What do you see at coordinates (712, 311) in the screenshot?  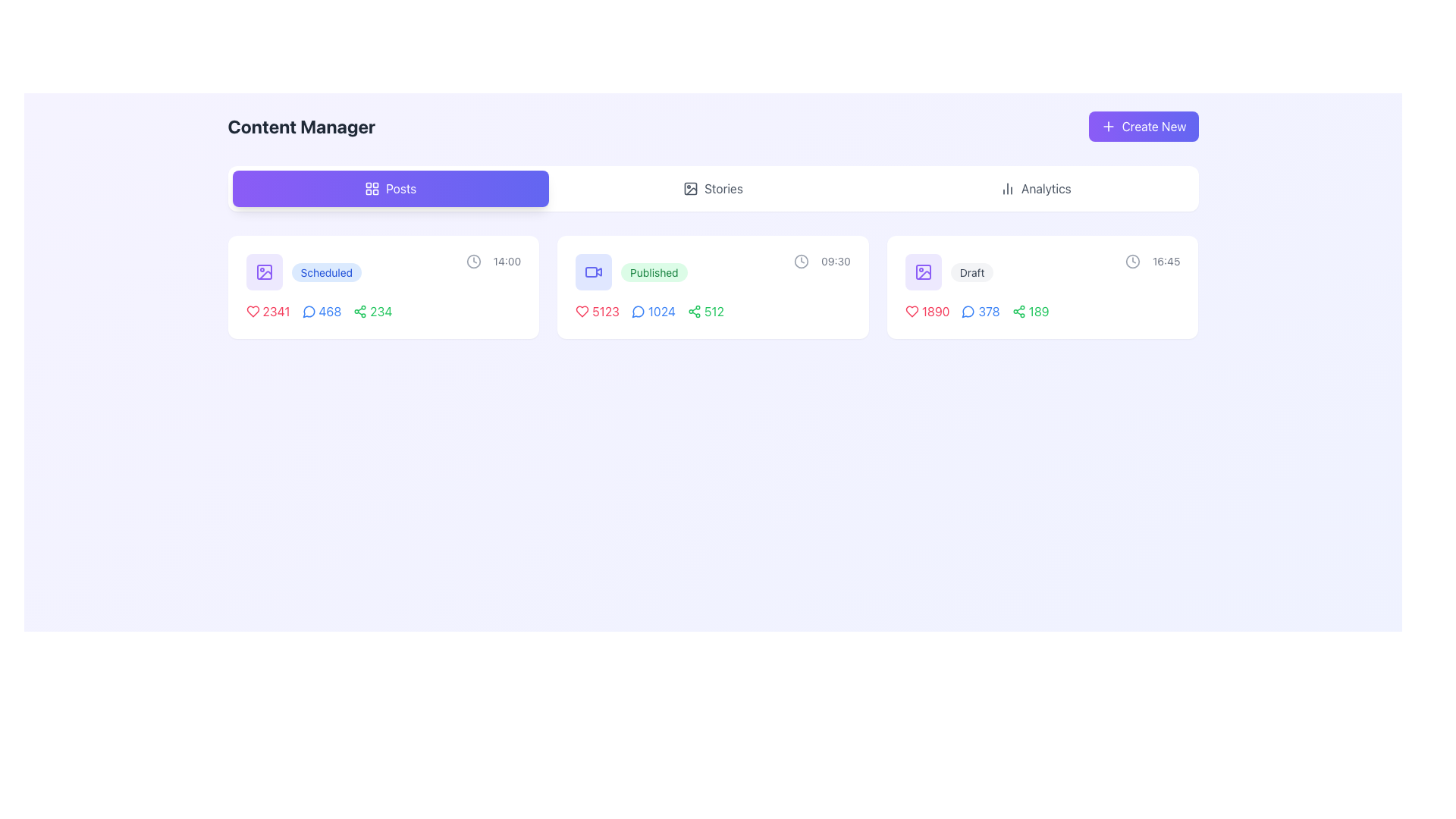 I see `the green icon of a sharing arrow followed by the bold number '512' in the interaction statistics under the 'Published' panel, located at the rightmost position of the second post panel` at bounding box center [712, 311].